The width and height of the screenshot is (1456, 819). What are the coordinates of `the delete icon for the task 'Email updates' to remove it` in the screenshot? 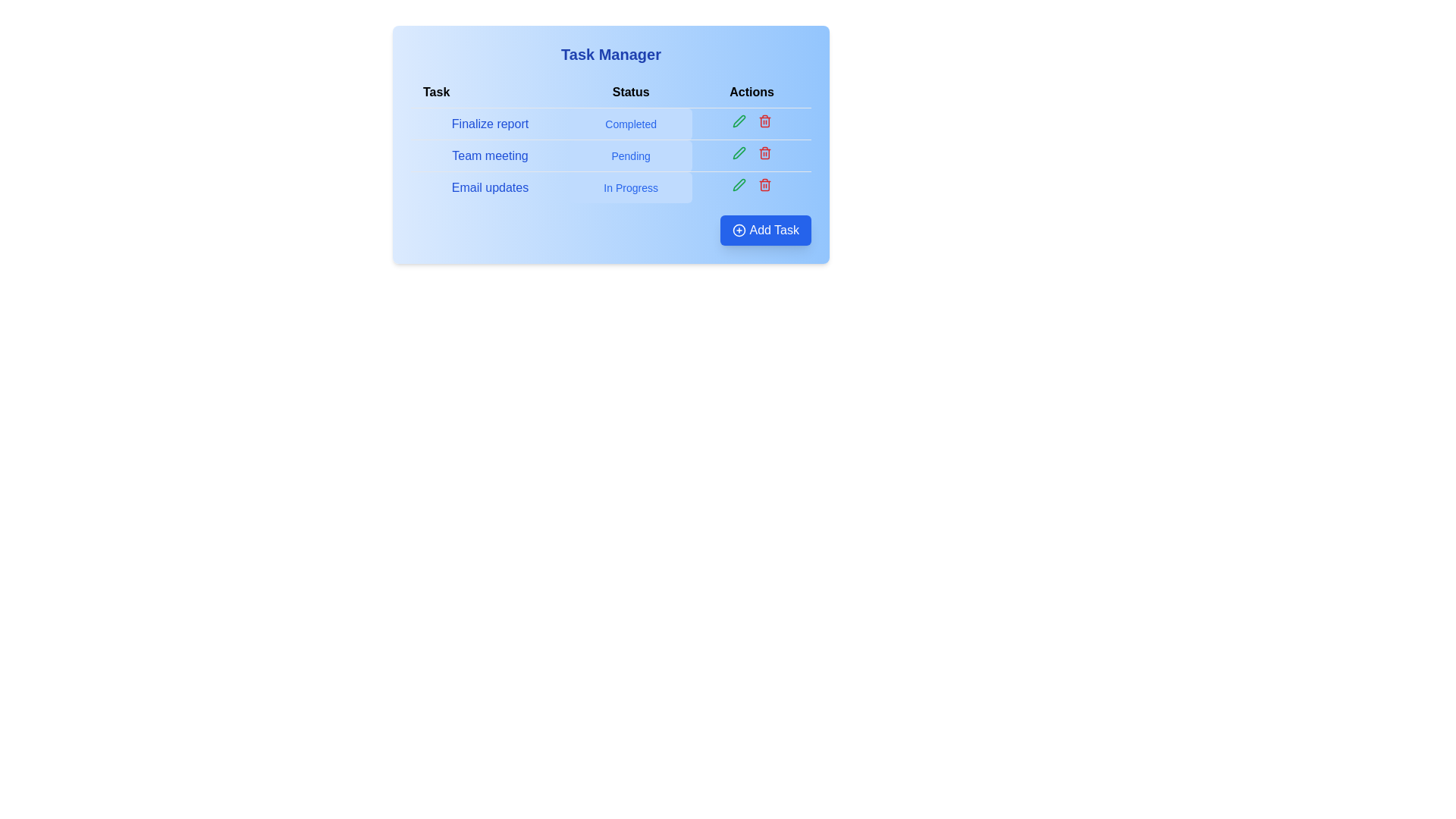 It's located at (764, 184).